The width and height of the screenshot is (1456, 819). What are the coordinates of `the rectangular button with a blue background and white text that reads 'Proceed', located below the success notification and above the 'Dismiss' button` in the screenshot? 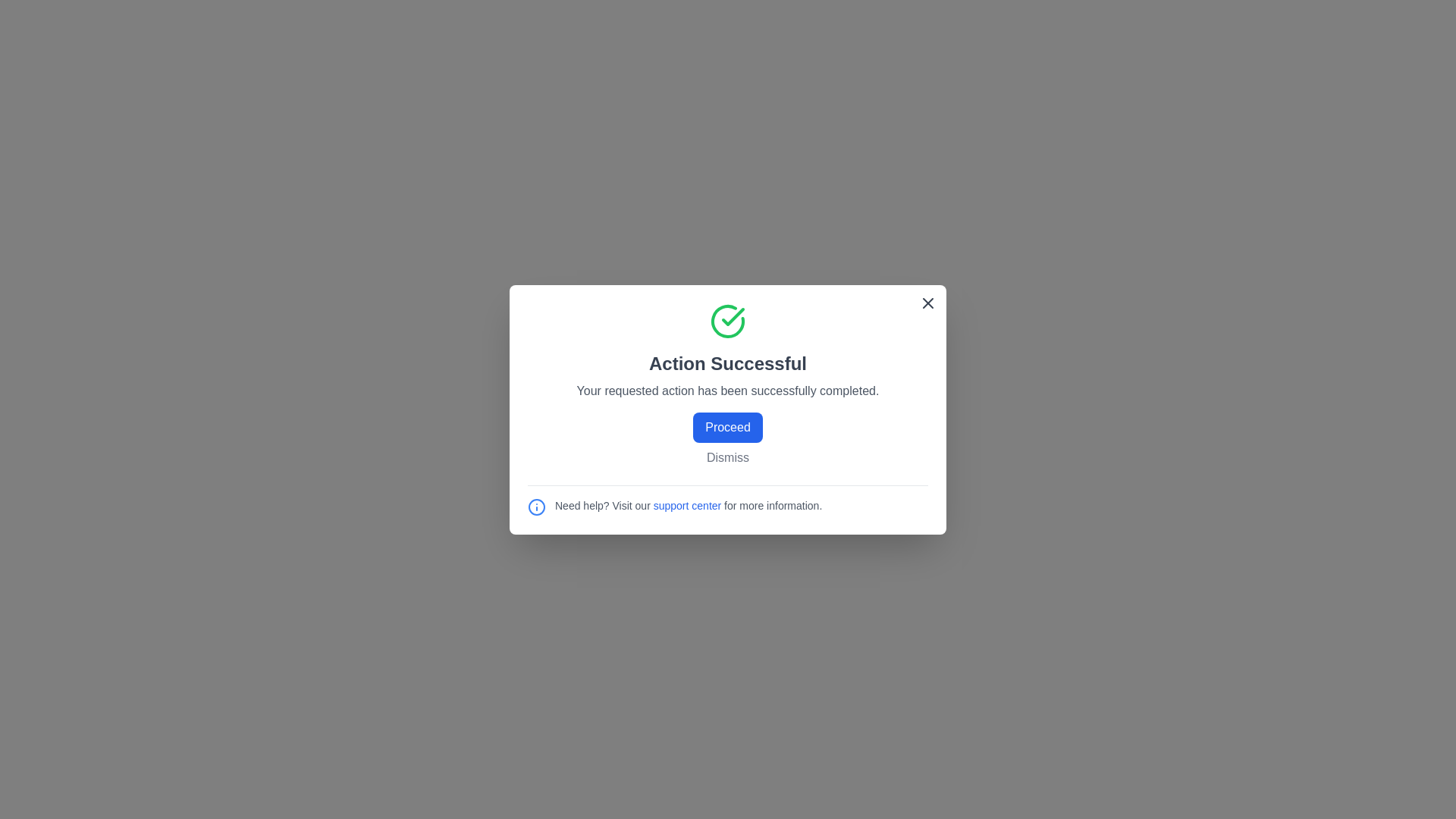 It's located at (728, 427).